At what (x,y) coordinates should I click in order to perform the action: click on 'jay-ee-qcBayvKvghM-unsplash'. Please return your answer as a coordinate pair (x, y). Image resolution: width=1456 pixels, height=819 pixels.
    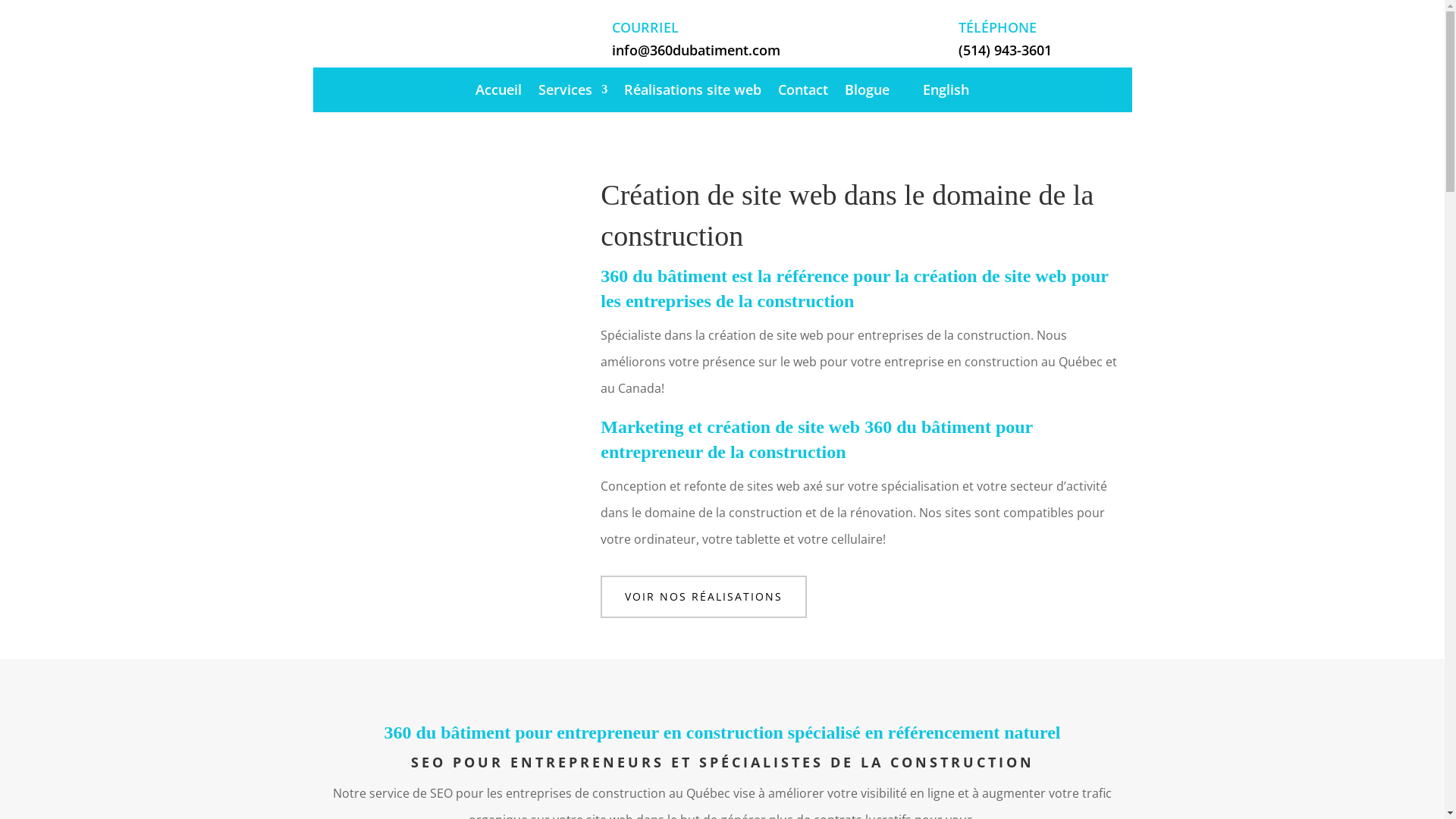
    Looking at the image, I should click on (432, 334).